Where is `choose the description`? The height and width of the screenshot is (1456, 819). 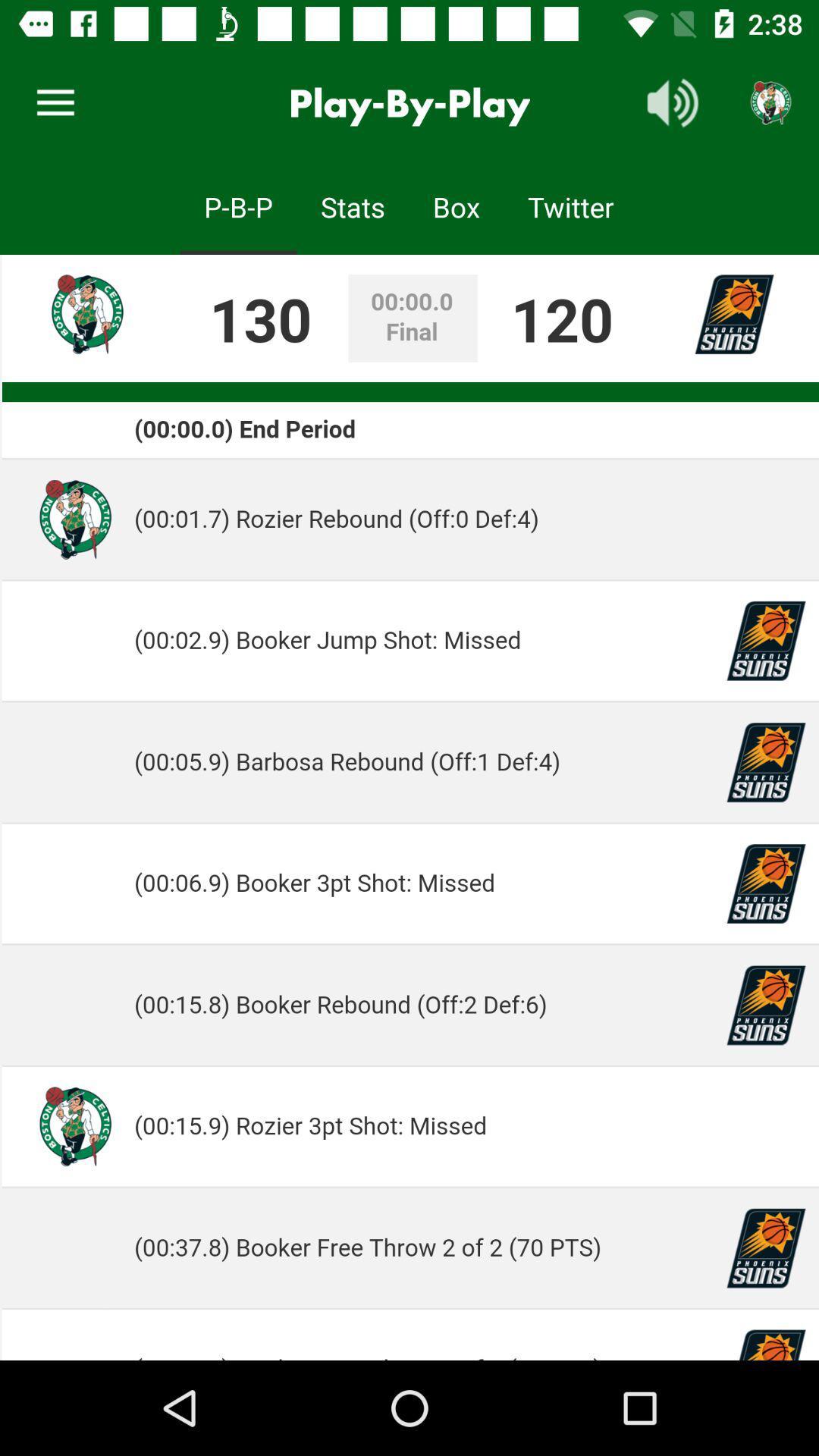
choose the description is located at coordinates (409, 807).